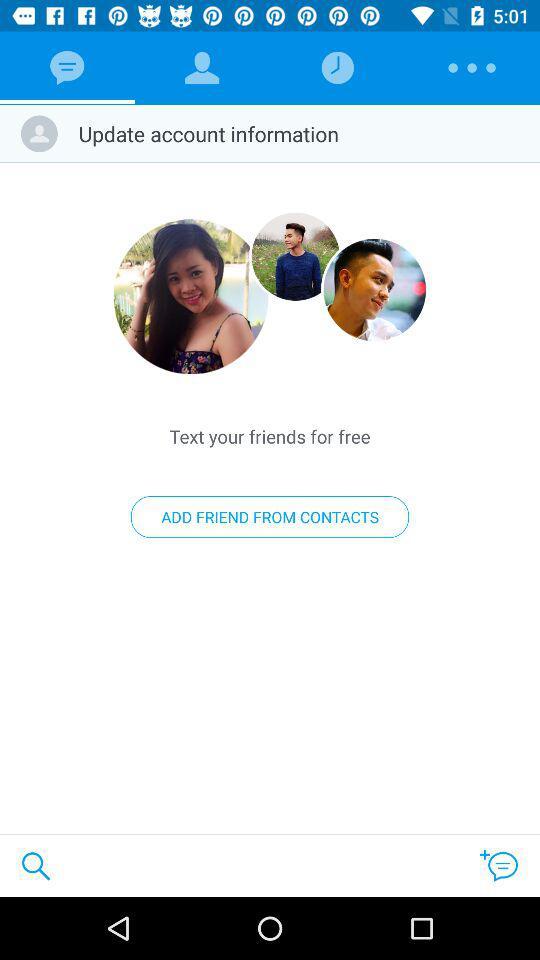  Describe the element at coordinates (270, 516) in the screenshot. I see `the add friend from item` at that location.